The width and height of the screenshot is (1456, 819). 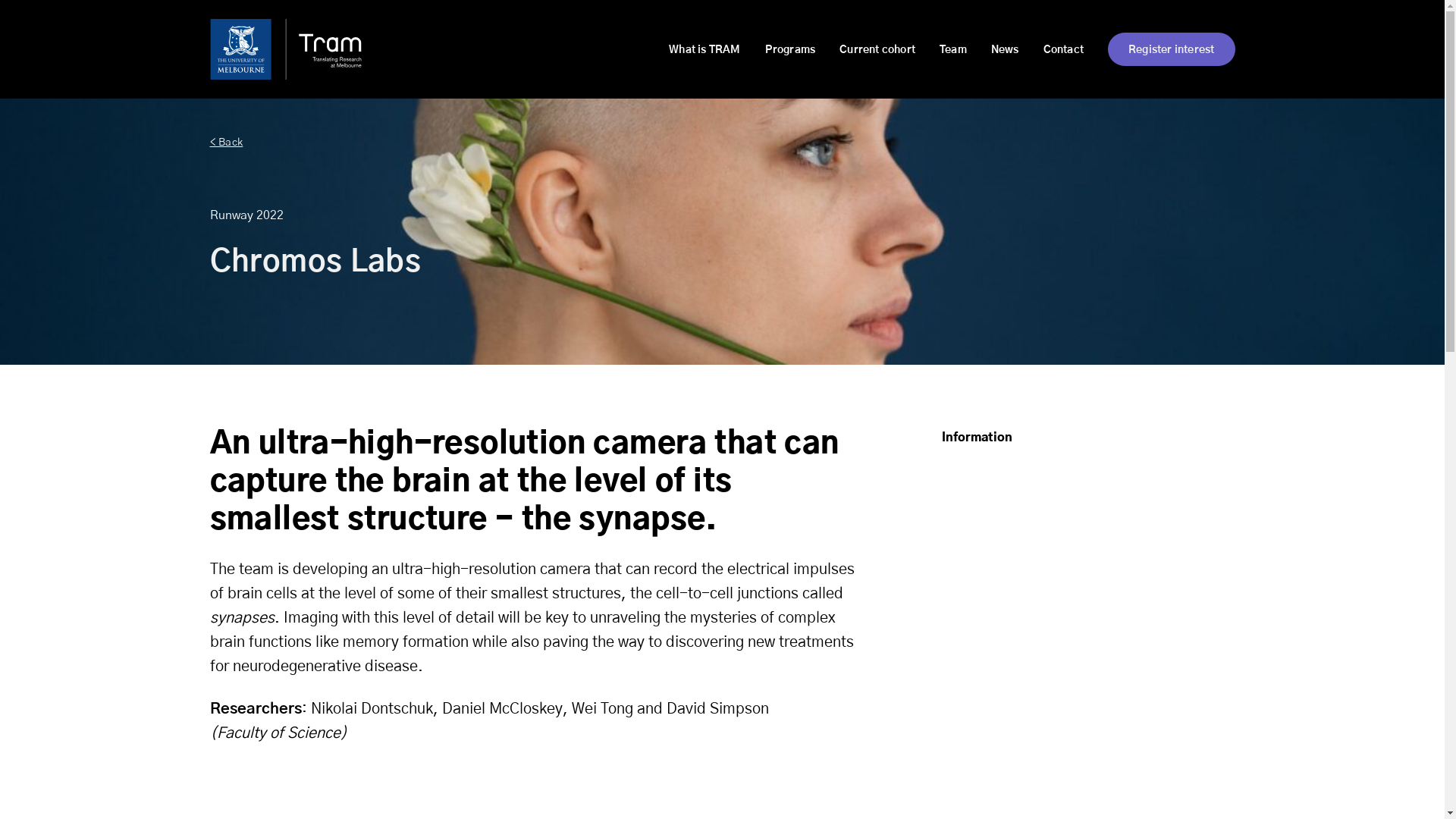 I want to click on 'Programs', so click(x=778, y=49).